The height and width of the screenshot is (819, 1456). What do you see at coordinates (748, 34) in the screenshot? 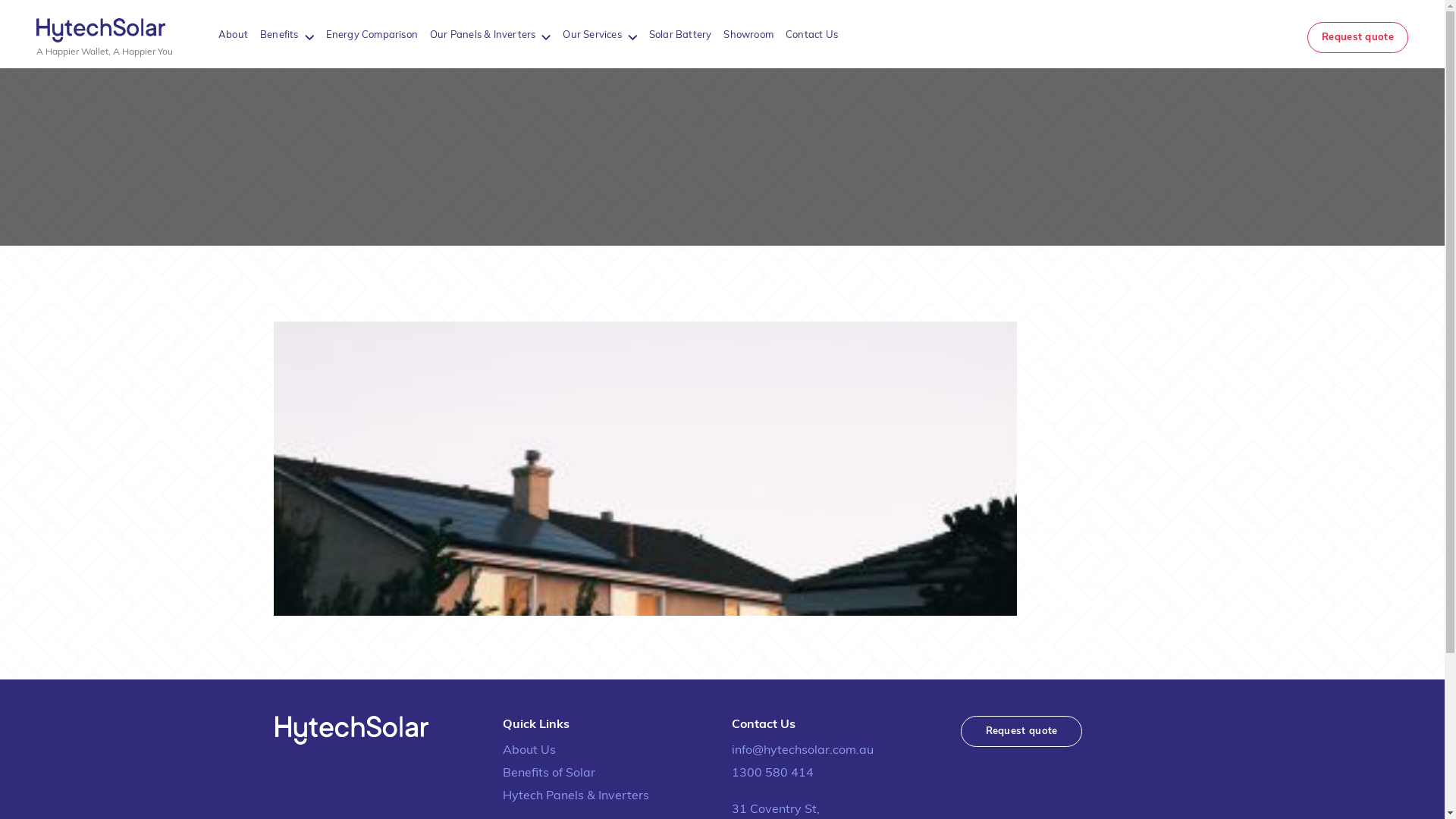
I see `'Showroom'` at bounding box center [748, 34].